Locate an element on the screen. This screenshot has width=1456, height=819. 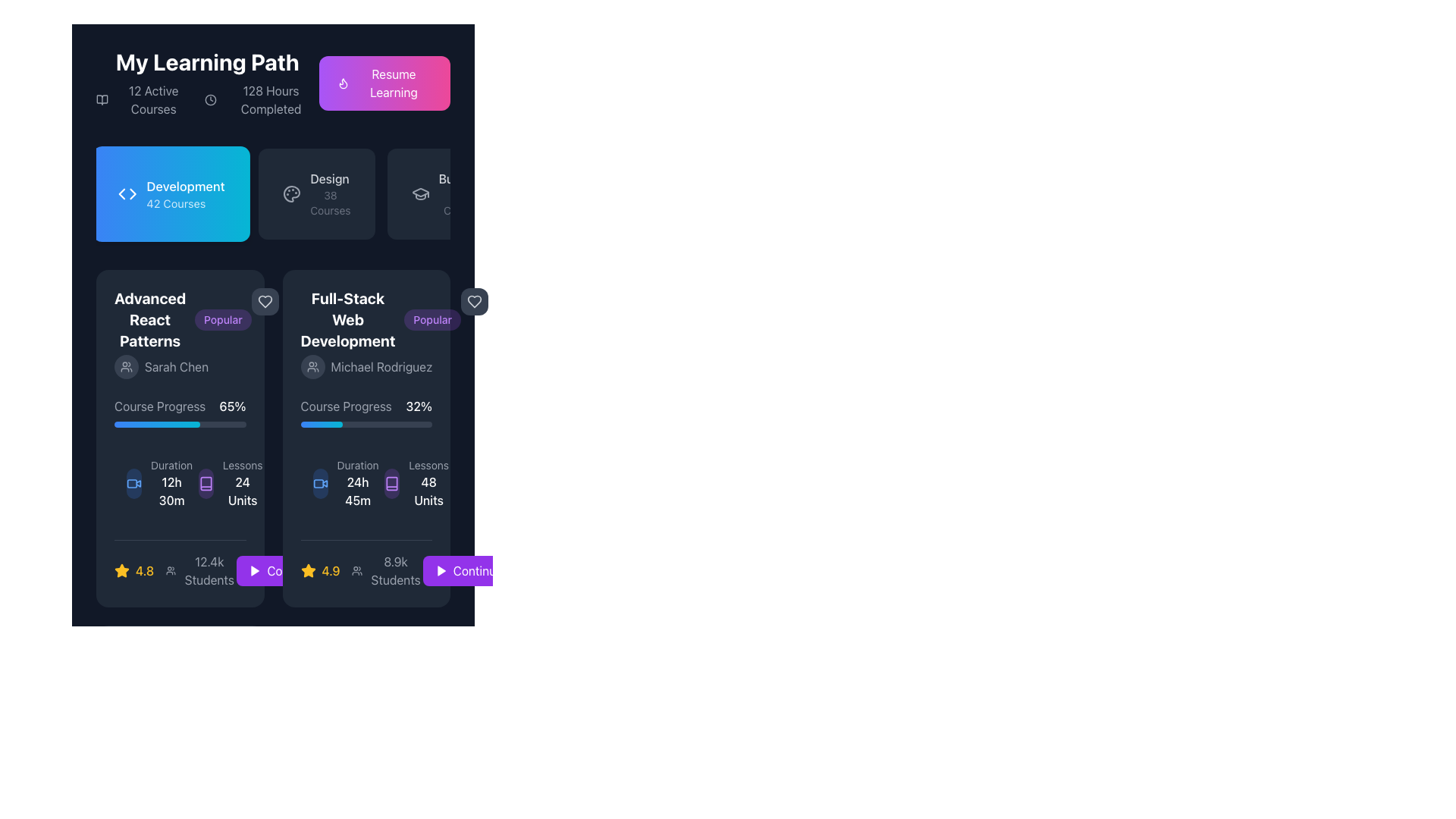
the text label that describes the time duration displayed below it, which is positioned directly above the '12h 30m' label in the 'Advanced React Patterns' card layout is located at coordinates (171, 464).